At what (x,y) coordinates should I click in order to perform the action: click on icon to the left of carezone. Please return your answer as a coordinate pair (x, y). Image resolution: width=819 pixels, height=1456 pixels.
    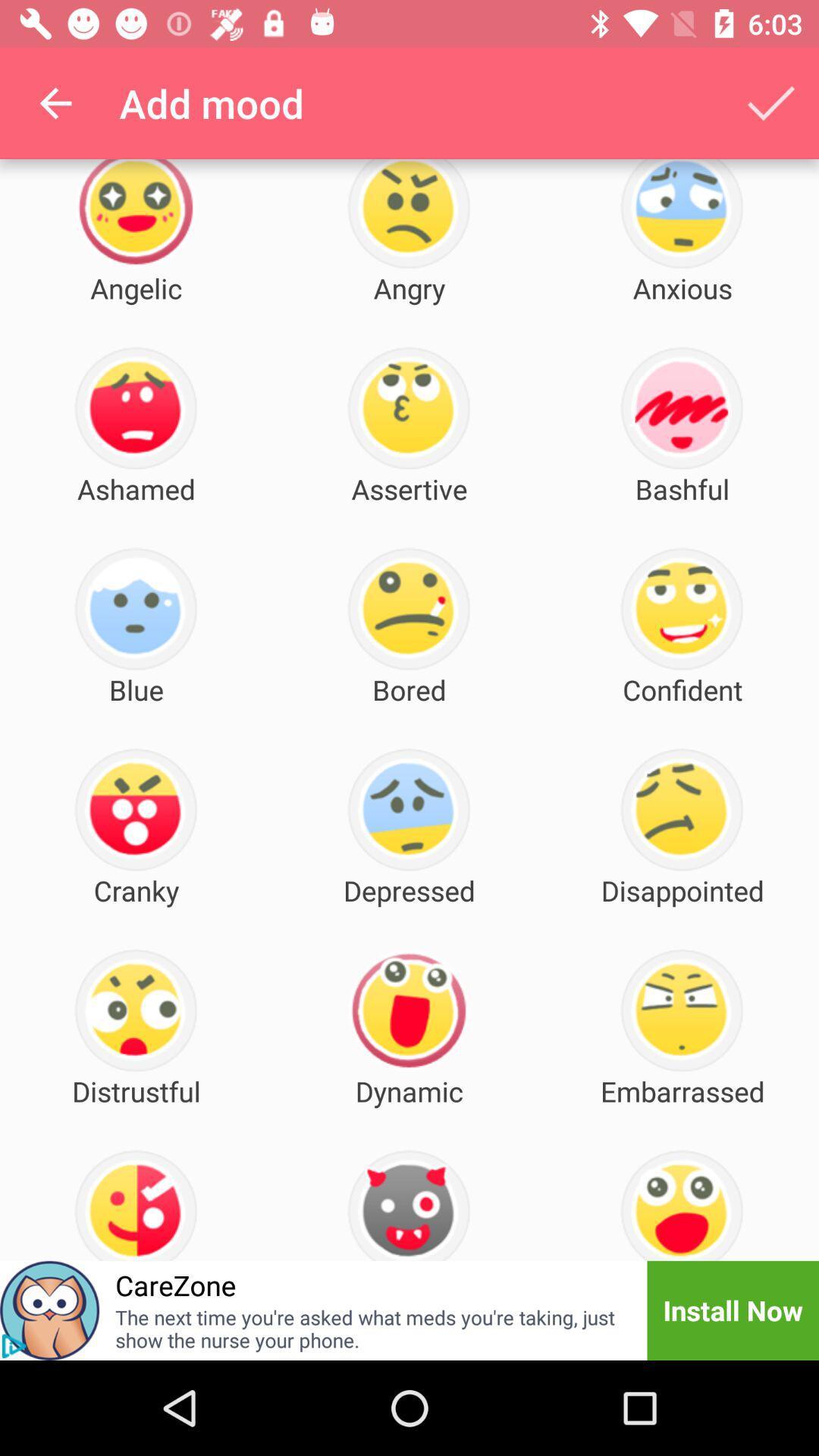
    Looking at the image, I should click on (49, 1310).